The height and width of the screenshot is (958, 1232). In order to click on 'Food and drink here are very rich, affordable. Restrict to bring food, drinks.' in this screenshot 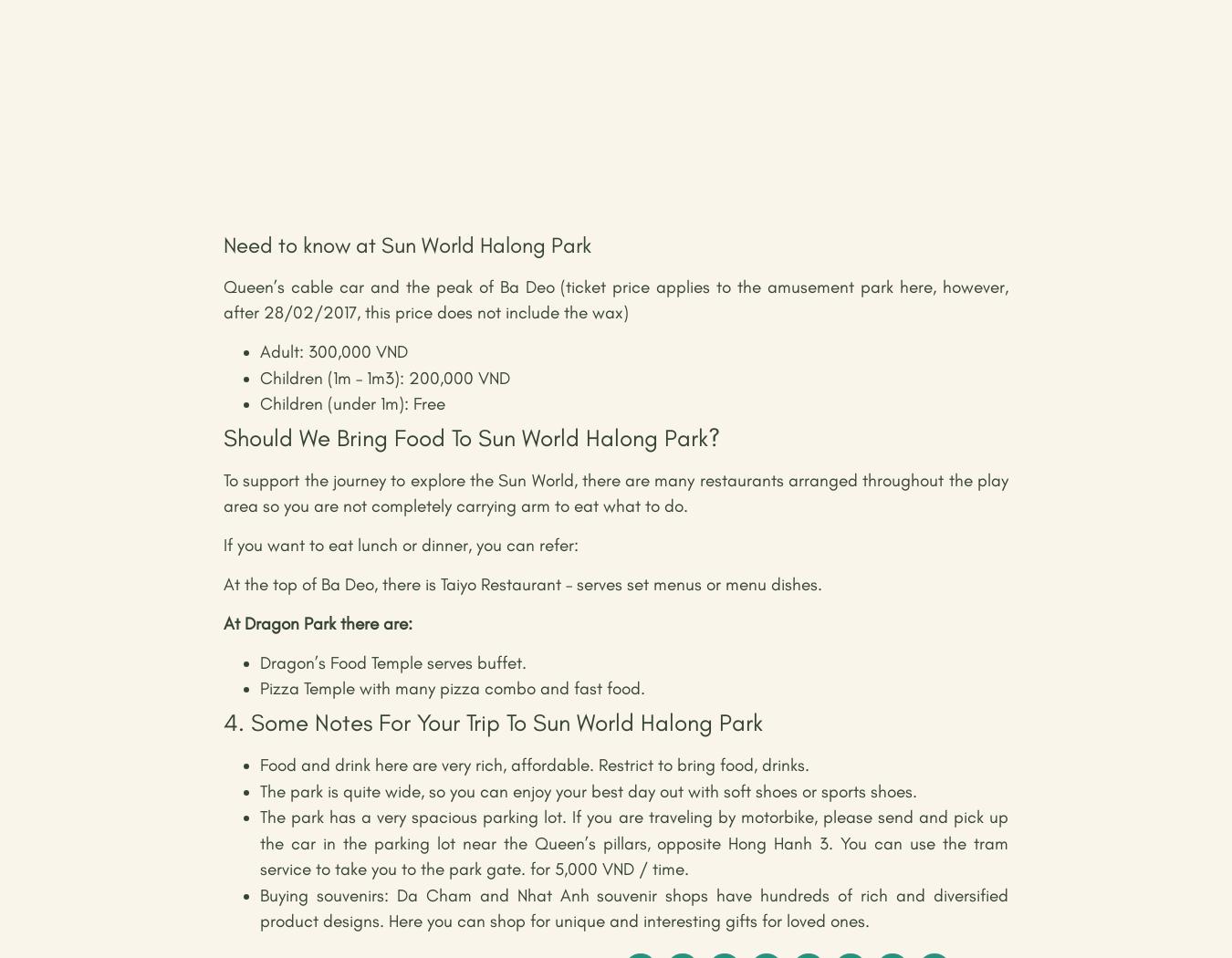, I will do `click(535, 765)`.